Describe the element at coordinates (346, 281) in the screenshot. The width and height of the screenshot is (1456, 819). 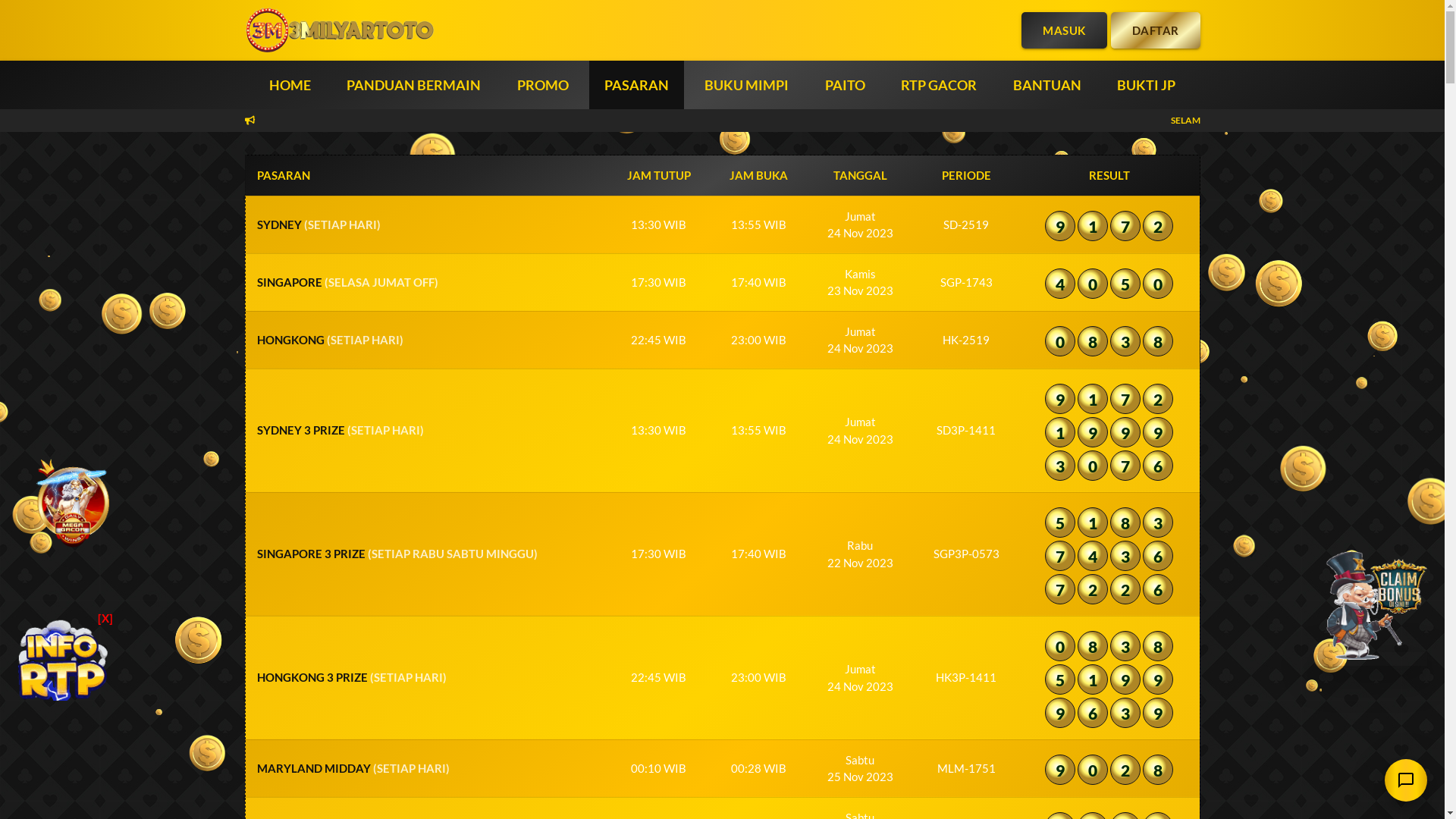
I see `'SINGAPORE (SELASA JUMAT OFF)'` at that location.